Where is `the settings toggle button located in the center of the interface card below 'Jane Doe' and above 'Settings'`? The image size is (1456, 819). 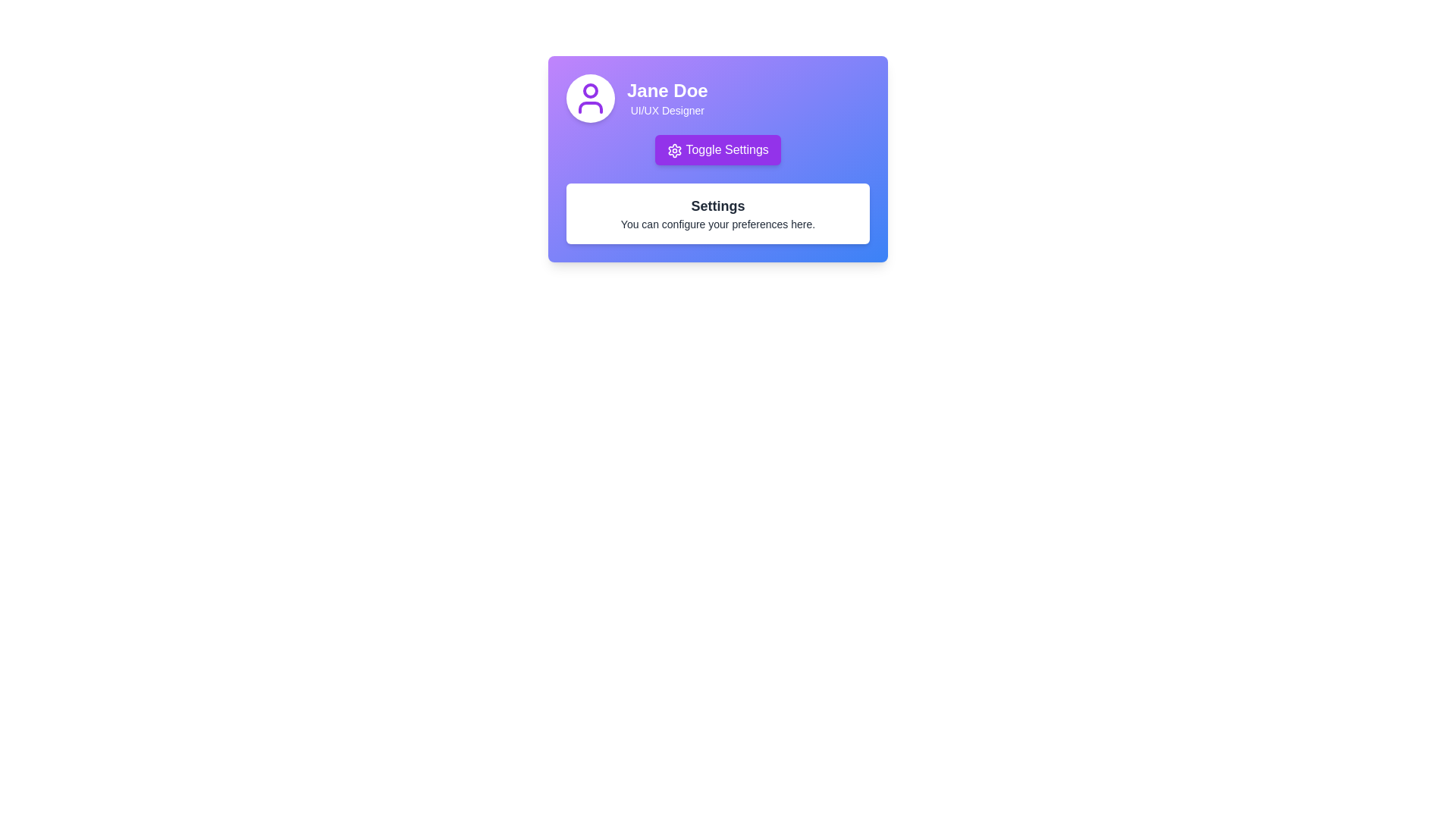
the settings toggle button located in the center of the interface card below 'Jane Doe' and above 'Settings' is located at coordinates (717, 149).